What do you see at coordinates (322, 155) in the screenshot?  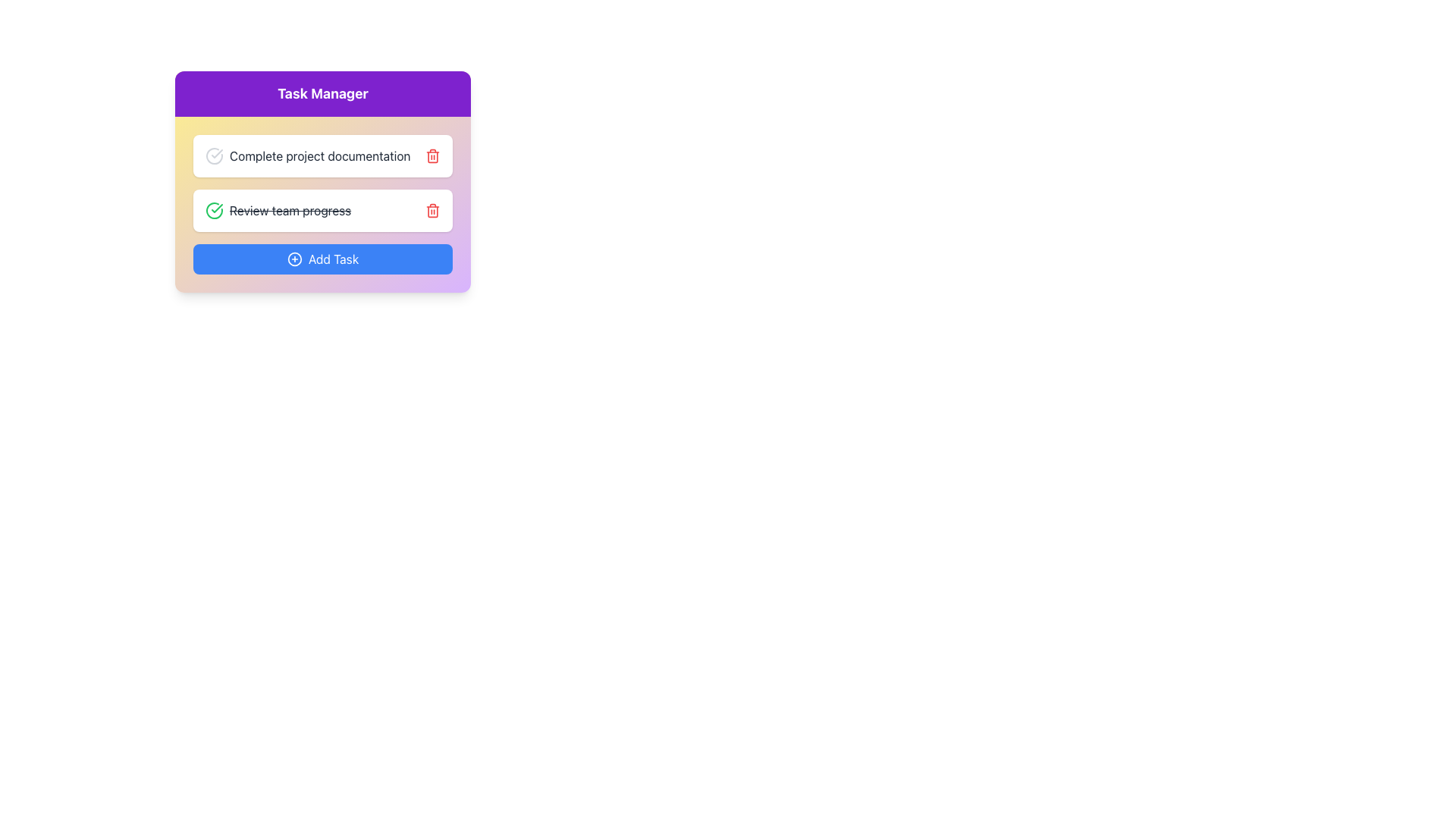 I see `the check icon in the task entry labeled 'Complete project documentation' to mark the task as complete` at bounding box center [322, 155].